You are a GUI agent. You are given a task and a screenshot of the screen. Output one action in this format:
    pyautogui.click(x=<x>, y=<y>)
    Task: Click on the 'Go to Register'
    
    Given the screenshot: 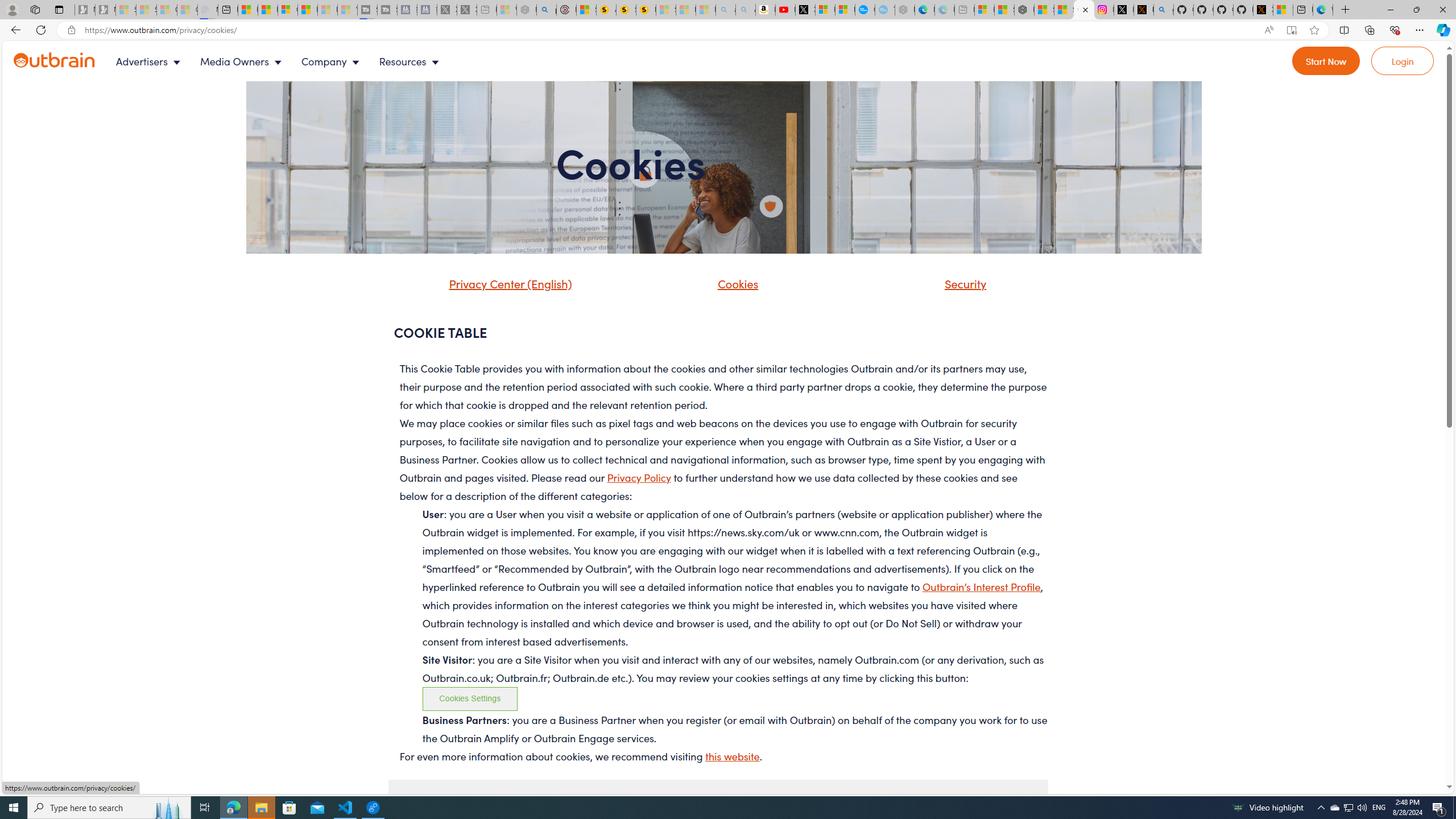 What is the action you would take?
    pyautogui.click(x=1326, y=61)
    